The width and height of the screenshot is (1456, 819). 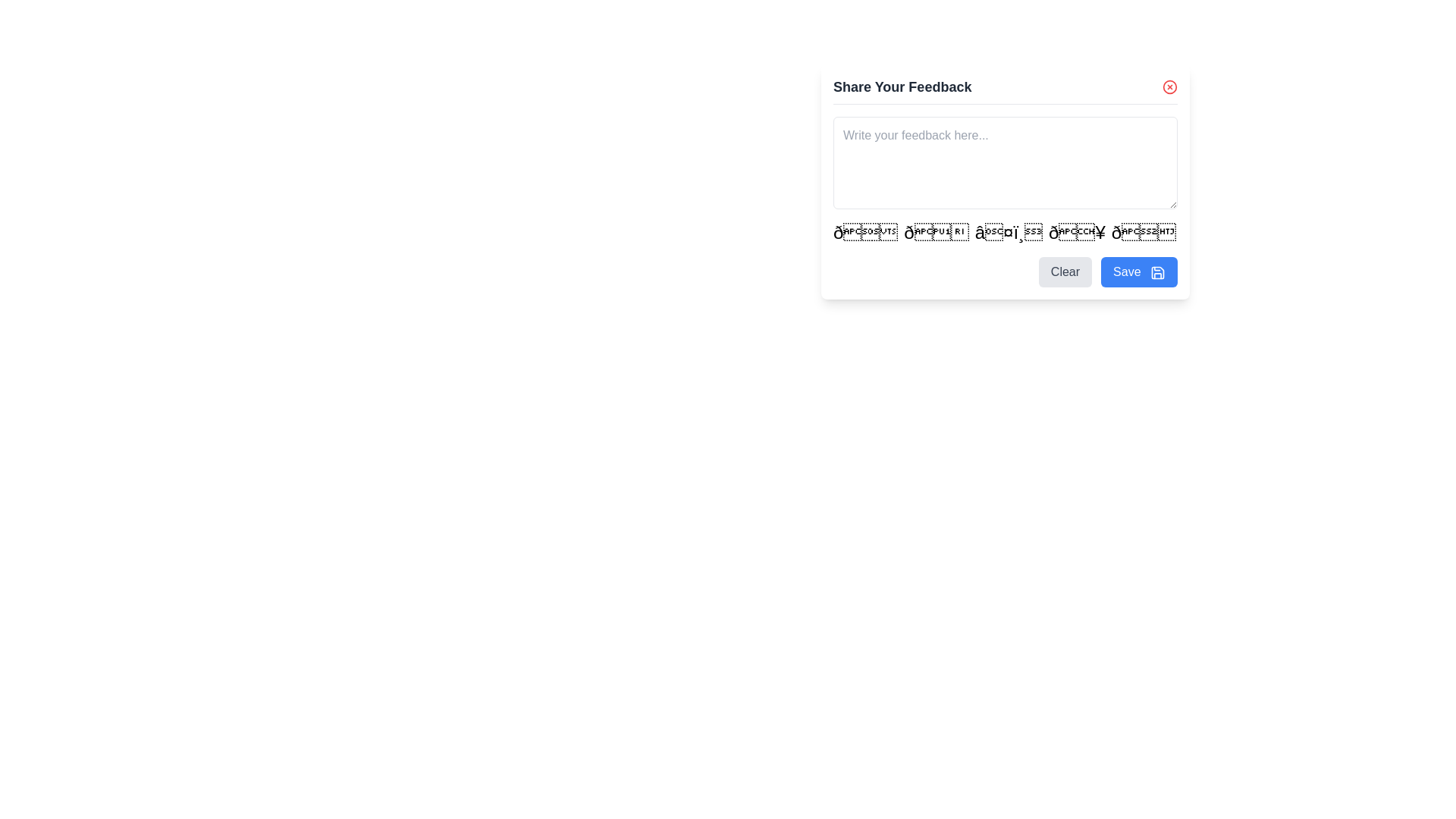 I want to click on on the red circular icon with a white cross located at the top-right corner of the 'Share Your Feedback' section, so click(x=1169, y=87).